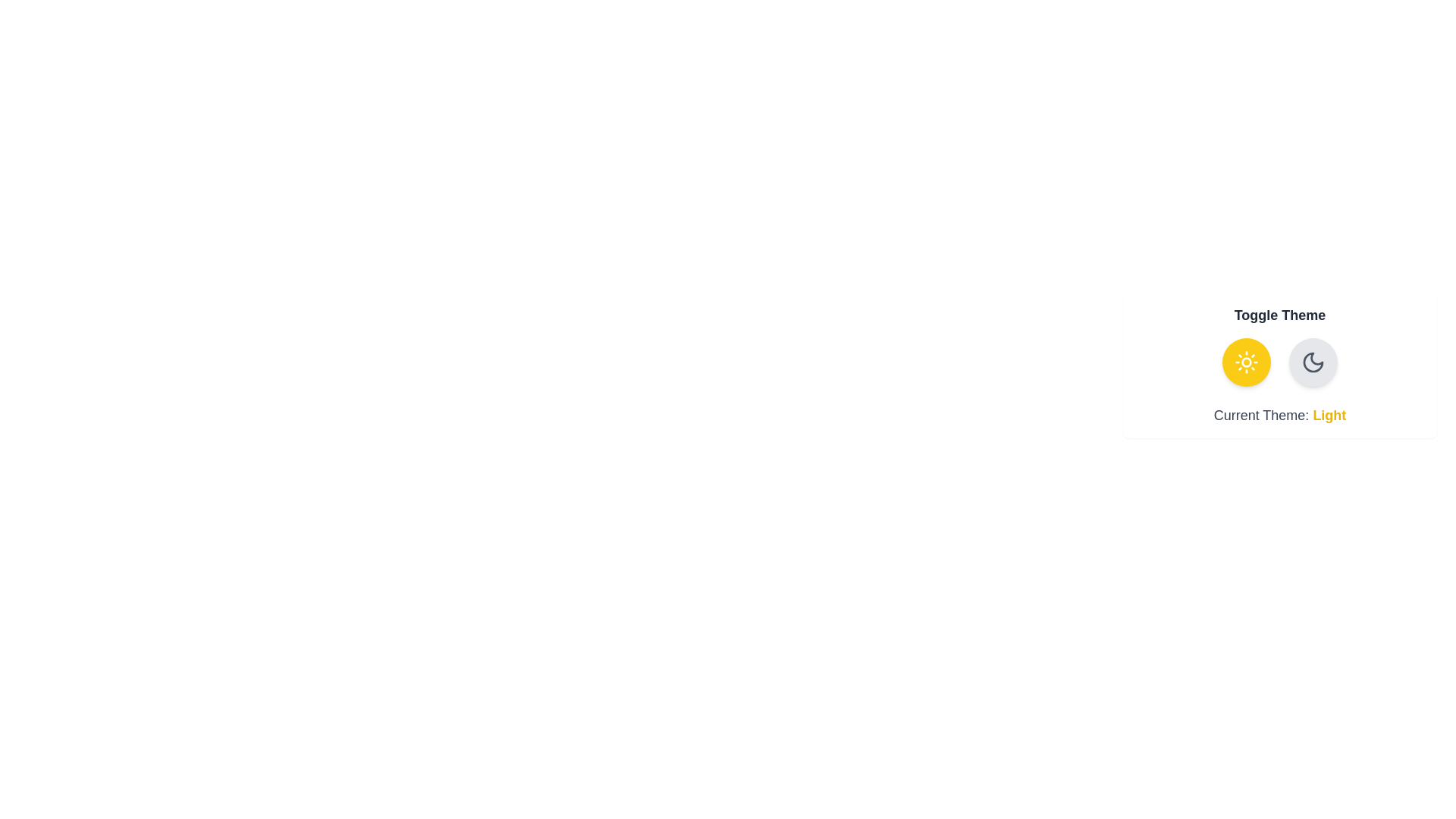 The image size is (1456, 819). What do you see at coordinates (1246, 362) in the screenshot?
I see `the 'Sun' button to inspect its visual state` at bounding box center [1246, 362].